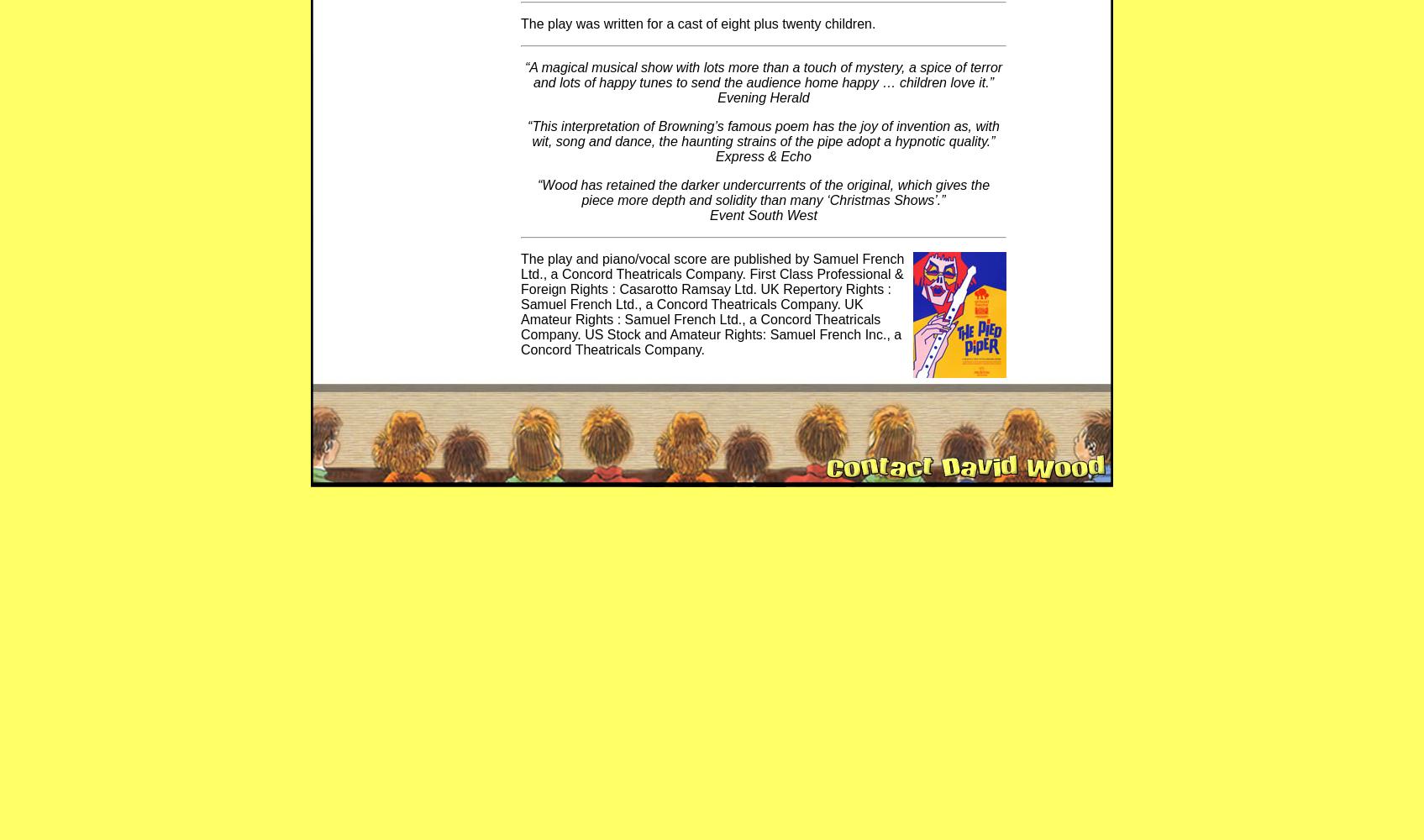  I want to click on 'Express & Echo', so click(762, 156).